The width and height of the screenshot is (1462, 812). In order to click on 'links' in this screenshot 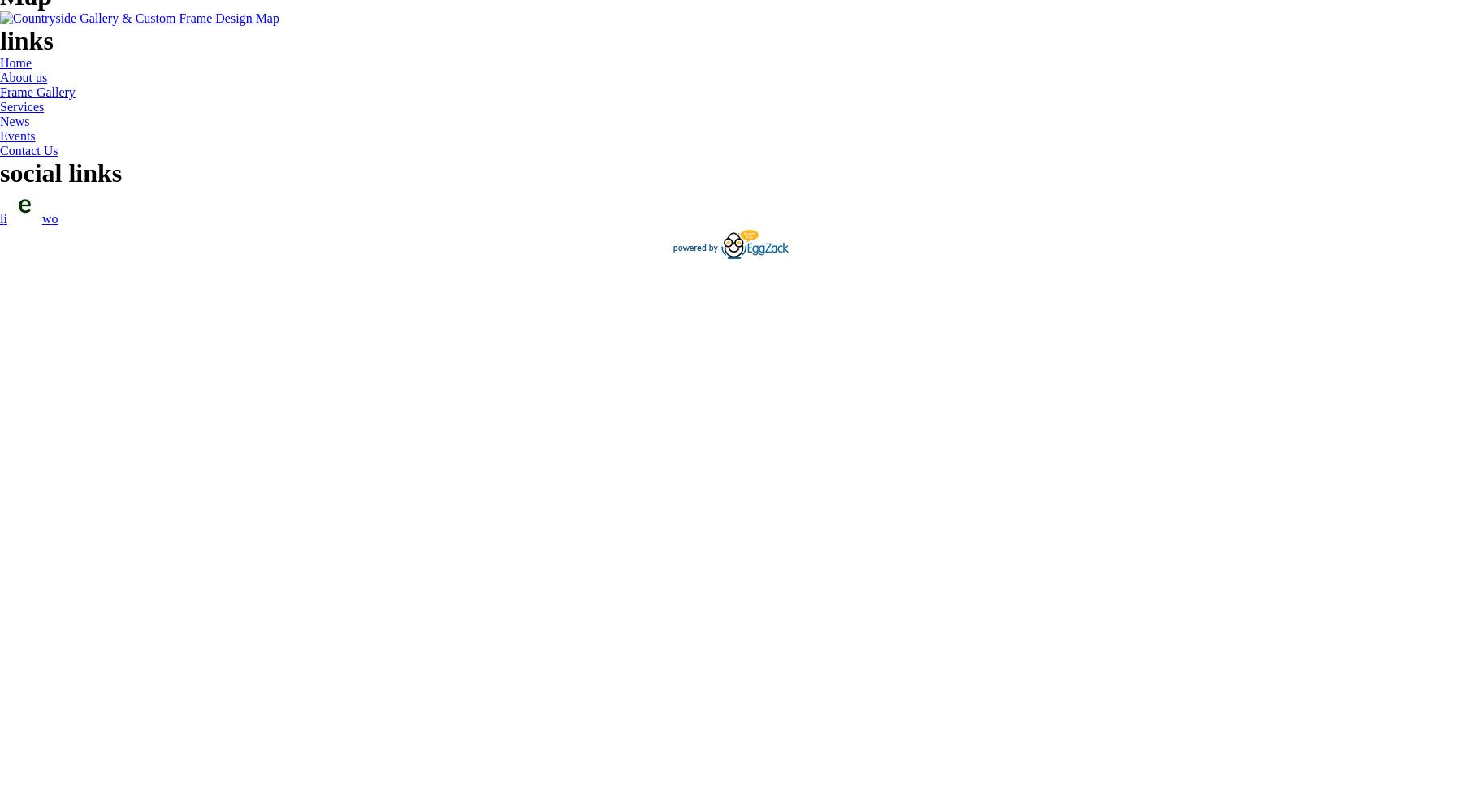, I will do `click(0, 41)`.